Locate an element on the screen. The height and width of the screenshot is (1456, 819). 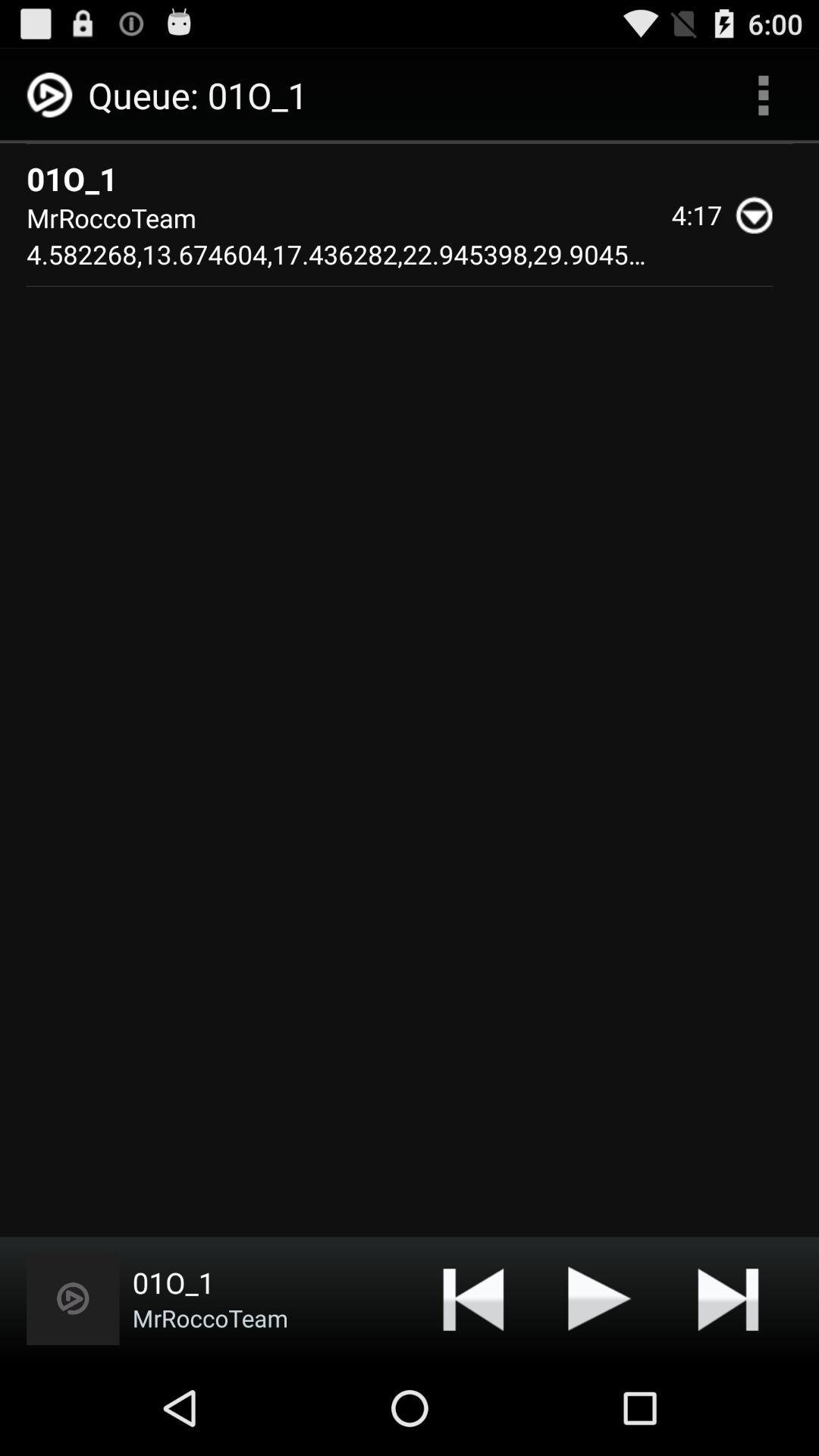
icon to the left of 01o_1 icon is located at coordinates (73, 1298).